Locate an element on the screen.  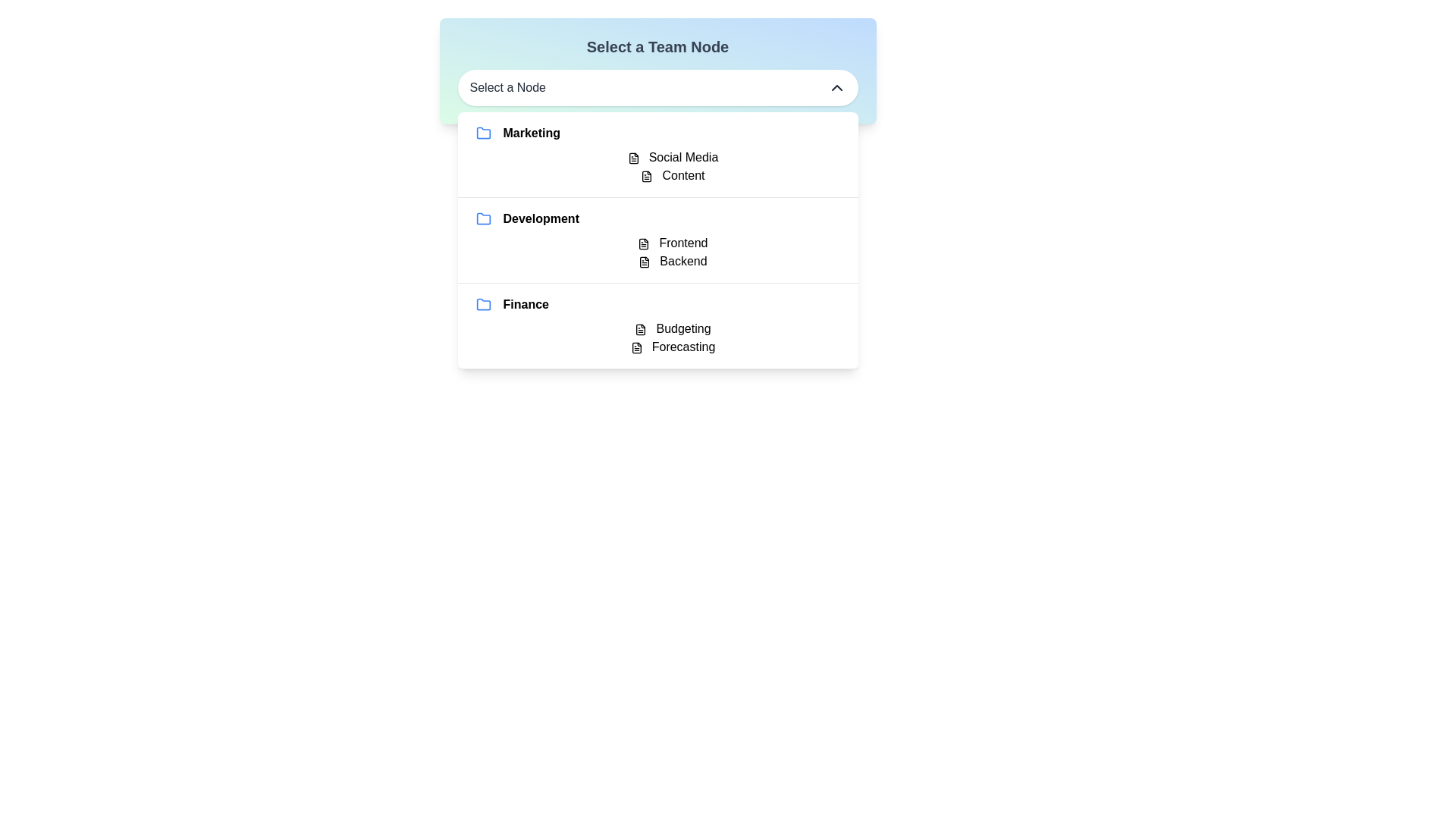
the first row in the dropdown menu labeled 'Marketing' is located at coordinates (657, 155).